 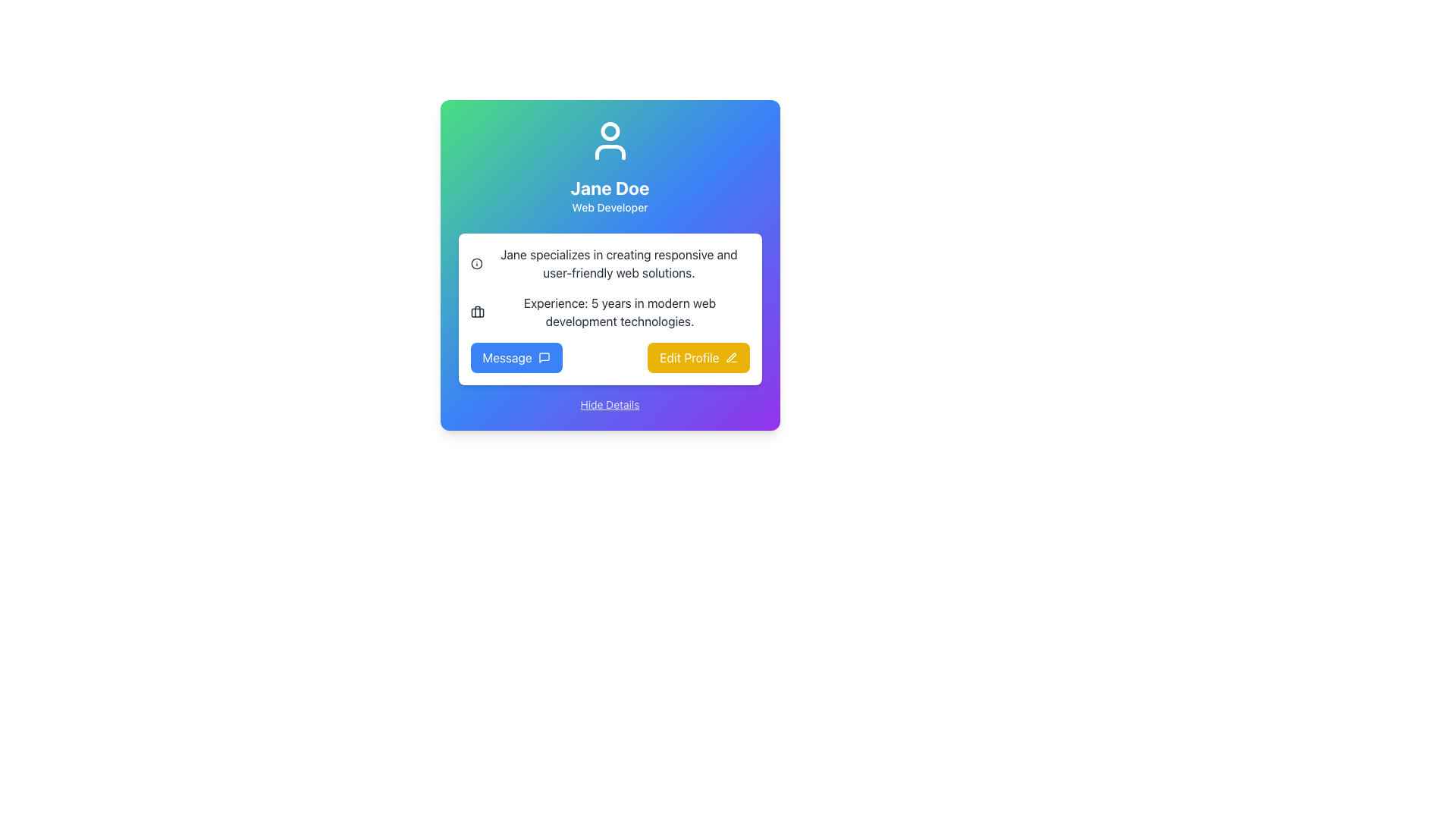 What do you see at coordinates (544, 357) in the screenshot?
I see `the icon located to the right of the text 'Message' within the 'Message' button` at bounding box center [544, 357].